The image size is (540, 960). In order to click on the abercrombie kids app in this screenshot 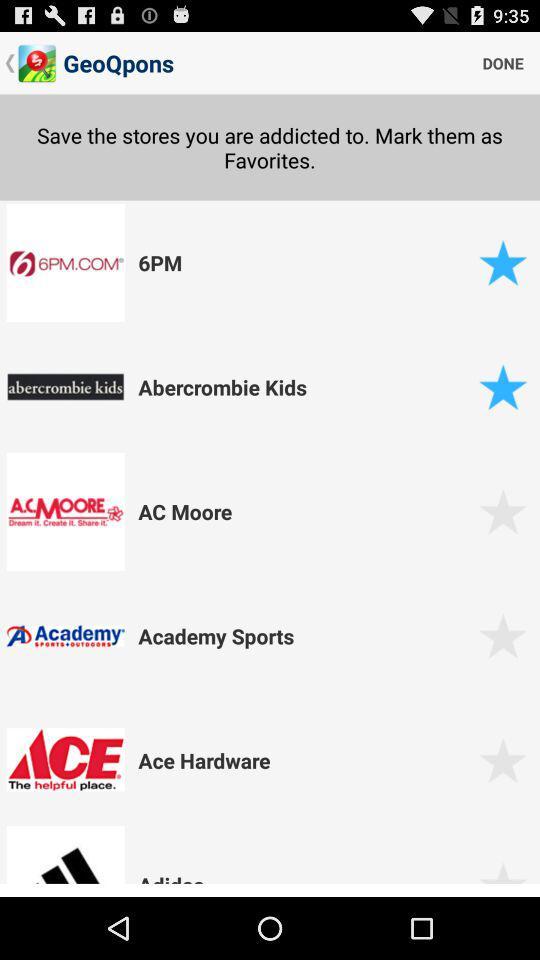, I will do `click(305, 385)`.